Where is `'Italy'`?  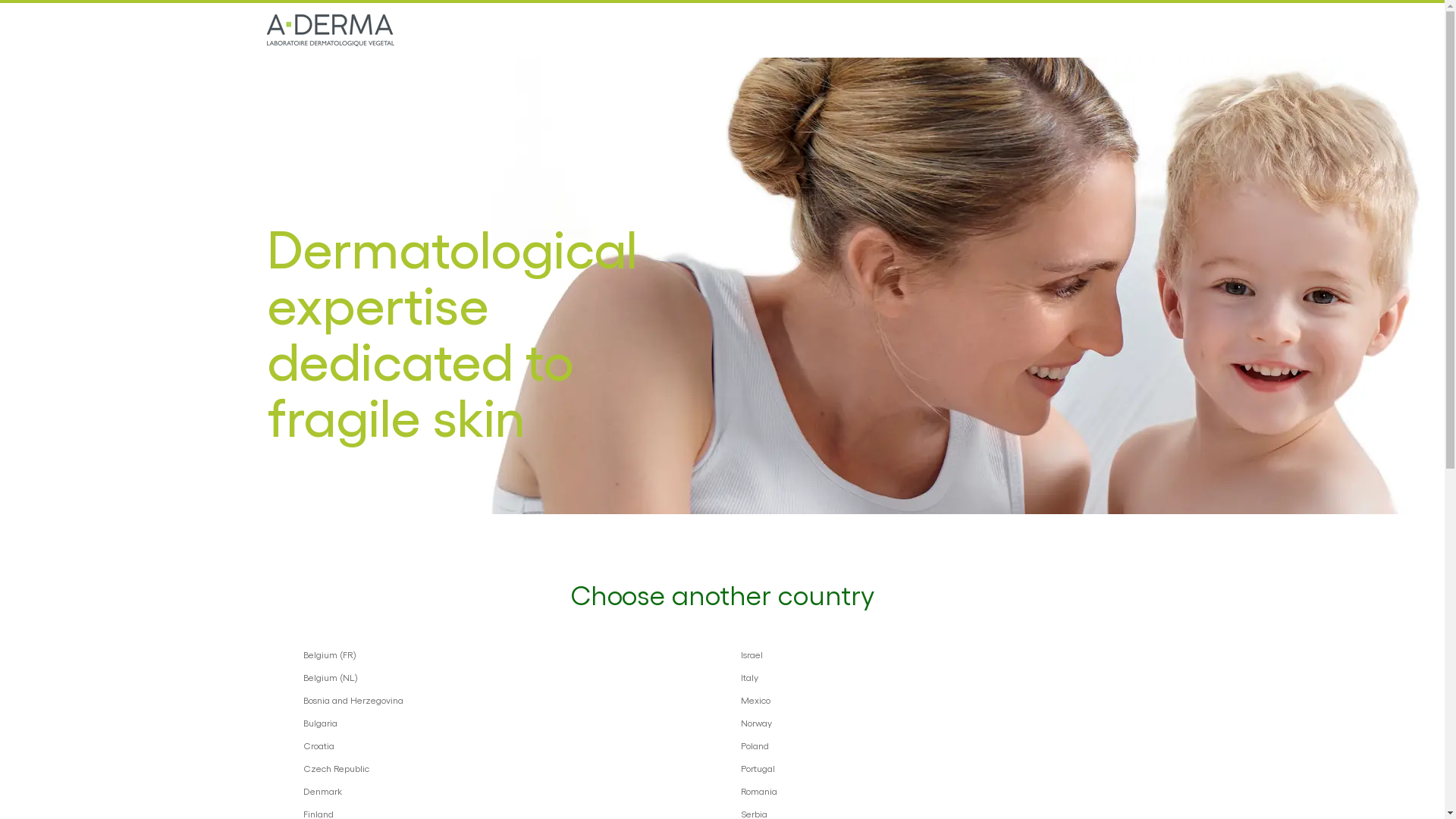
'Italy' is located at coordinates (940, 676).